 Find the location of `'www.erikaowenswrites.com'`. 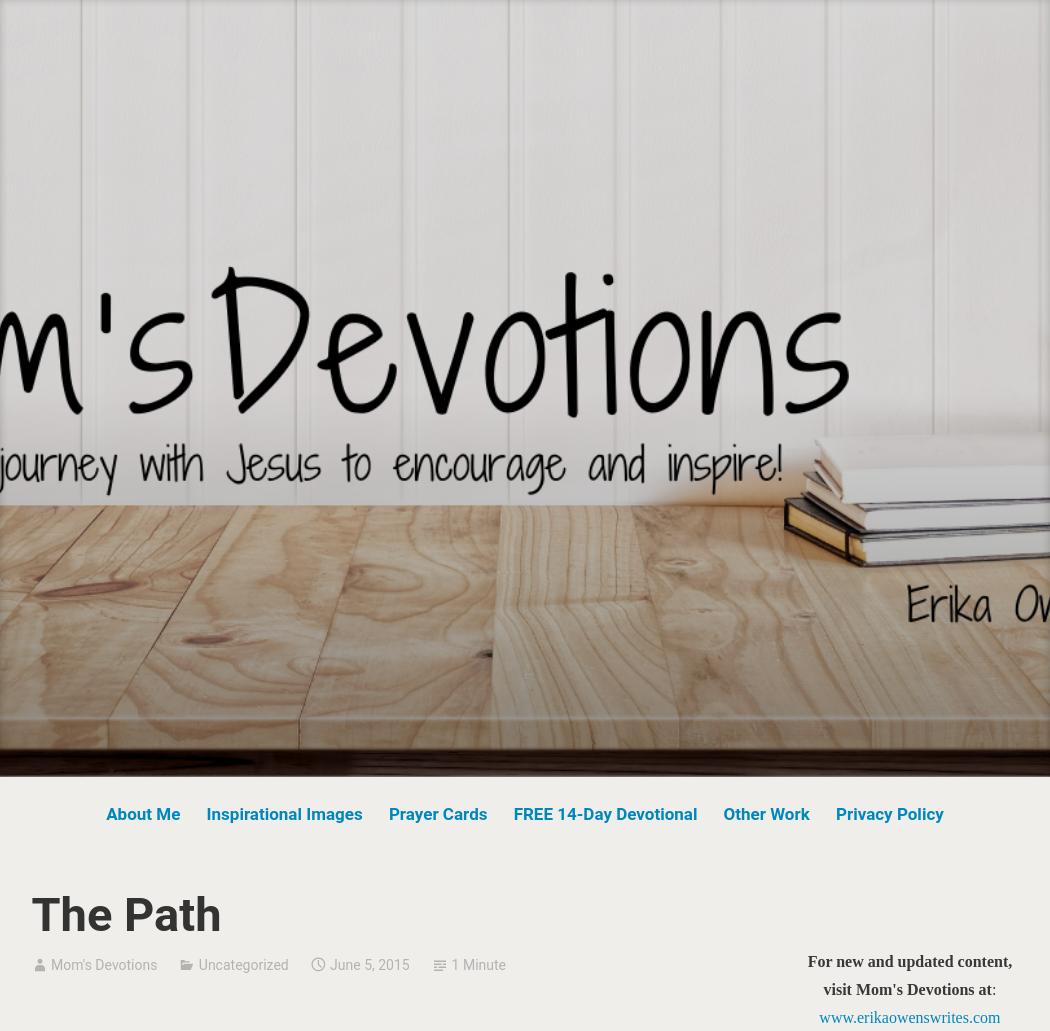

'www.erikaowenswrites.com' is located at coordinates (909, 1015).